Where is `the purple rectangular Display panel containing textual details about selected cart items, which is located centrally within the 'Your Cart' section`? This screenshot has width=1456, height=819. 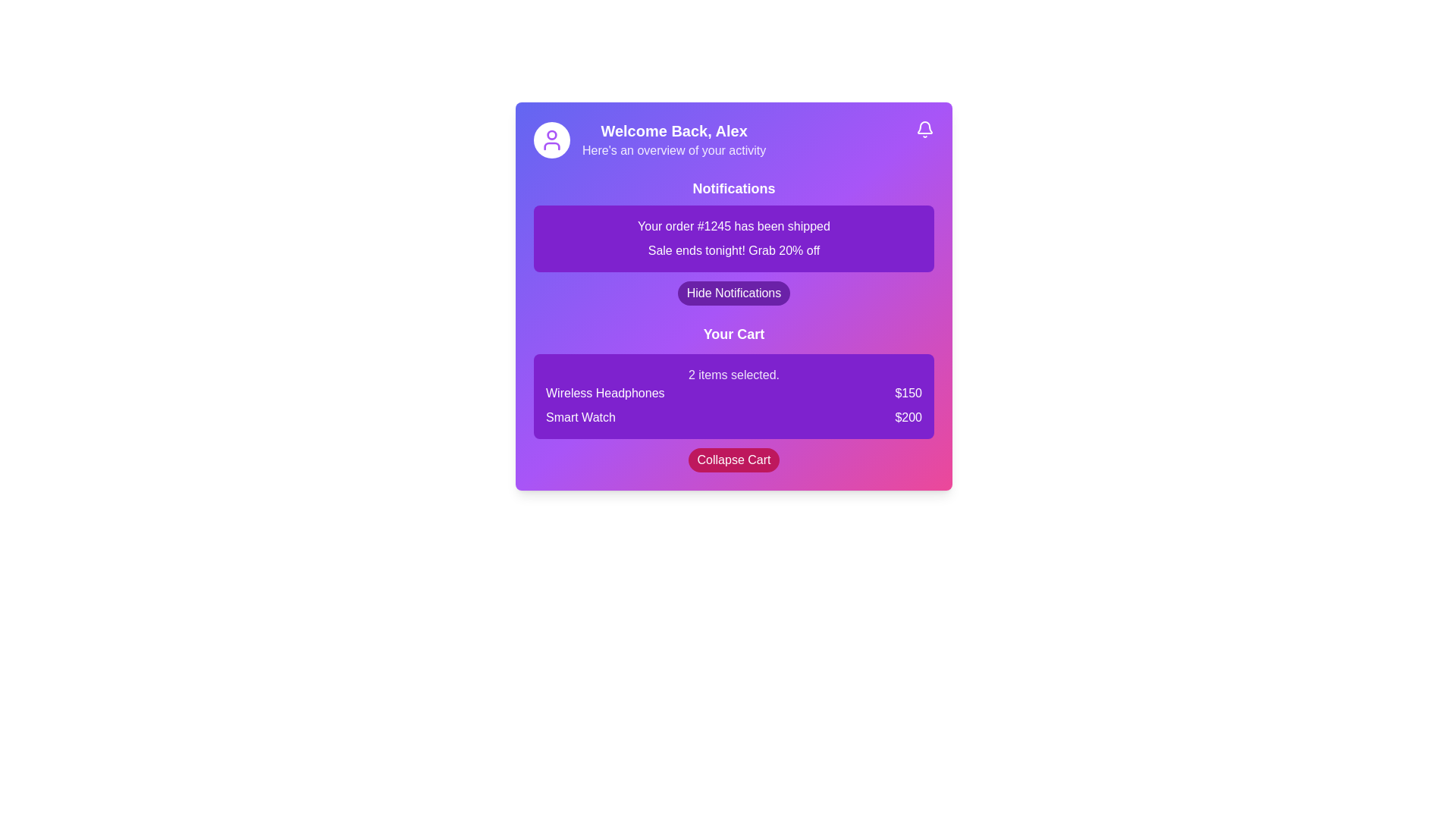 the purple rectangular Display panel containing textual details about selected cart items, which is located centrally within the 'Your Cart' section is located at coordinates (734, 396).